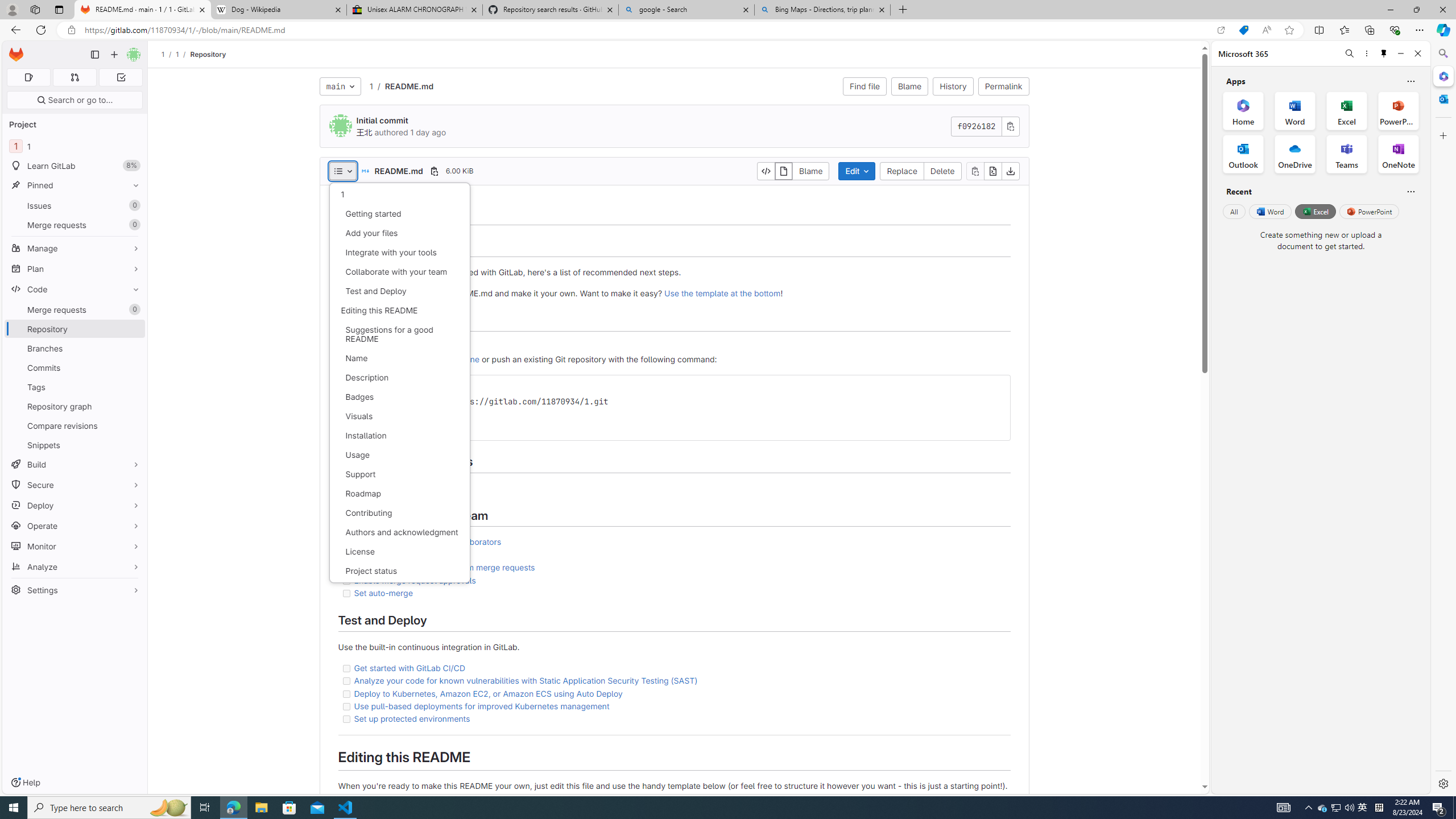  What do you see at coordinates (133, 309) in the screenshot?
I see `'Unpin Merge requests'` at bounding box center [133, 309].